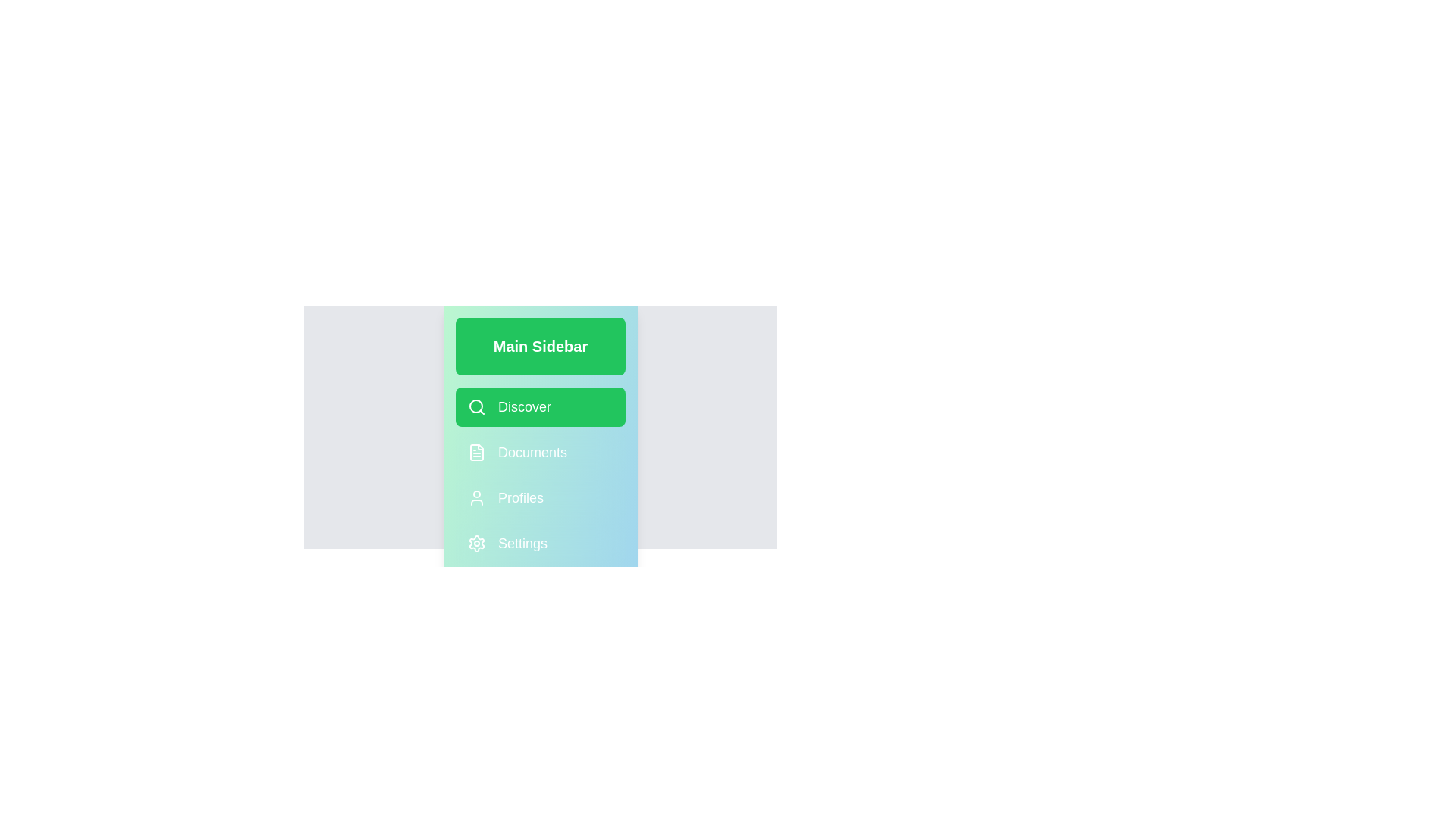  Describe the element at coordinates (541, 406) in the screenshot. I see `the 'Discover' button located on the sidebar, directly below the 'Main Sidebar' title` at that location.